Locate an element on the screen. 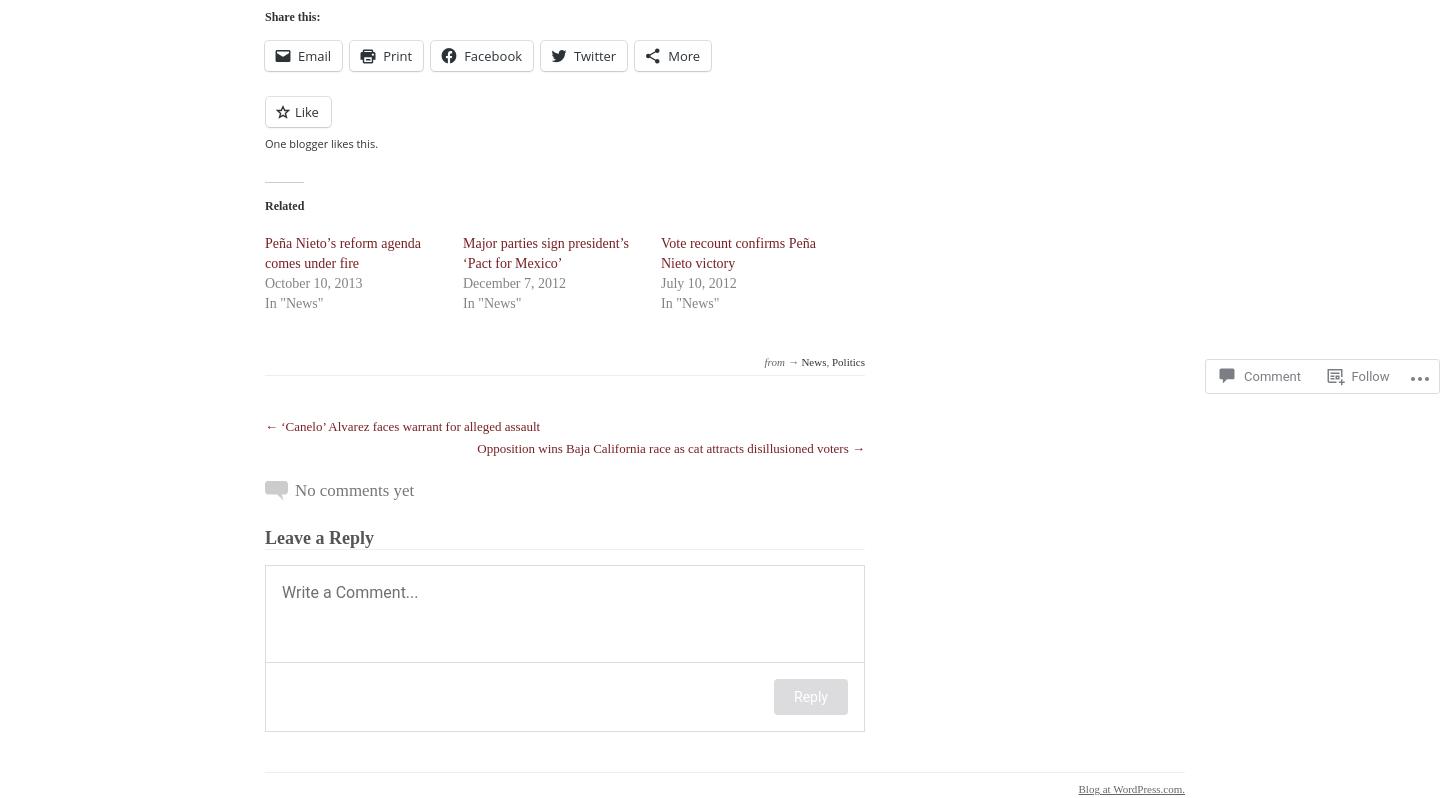 This screenshot has width=1450, height=798. 'Print' is located at coordinates (396, 56).